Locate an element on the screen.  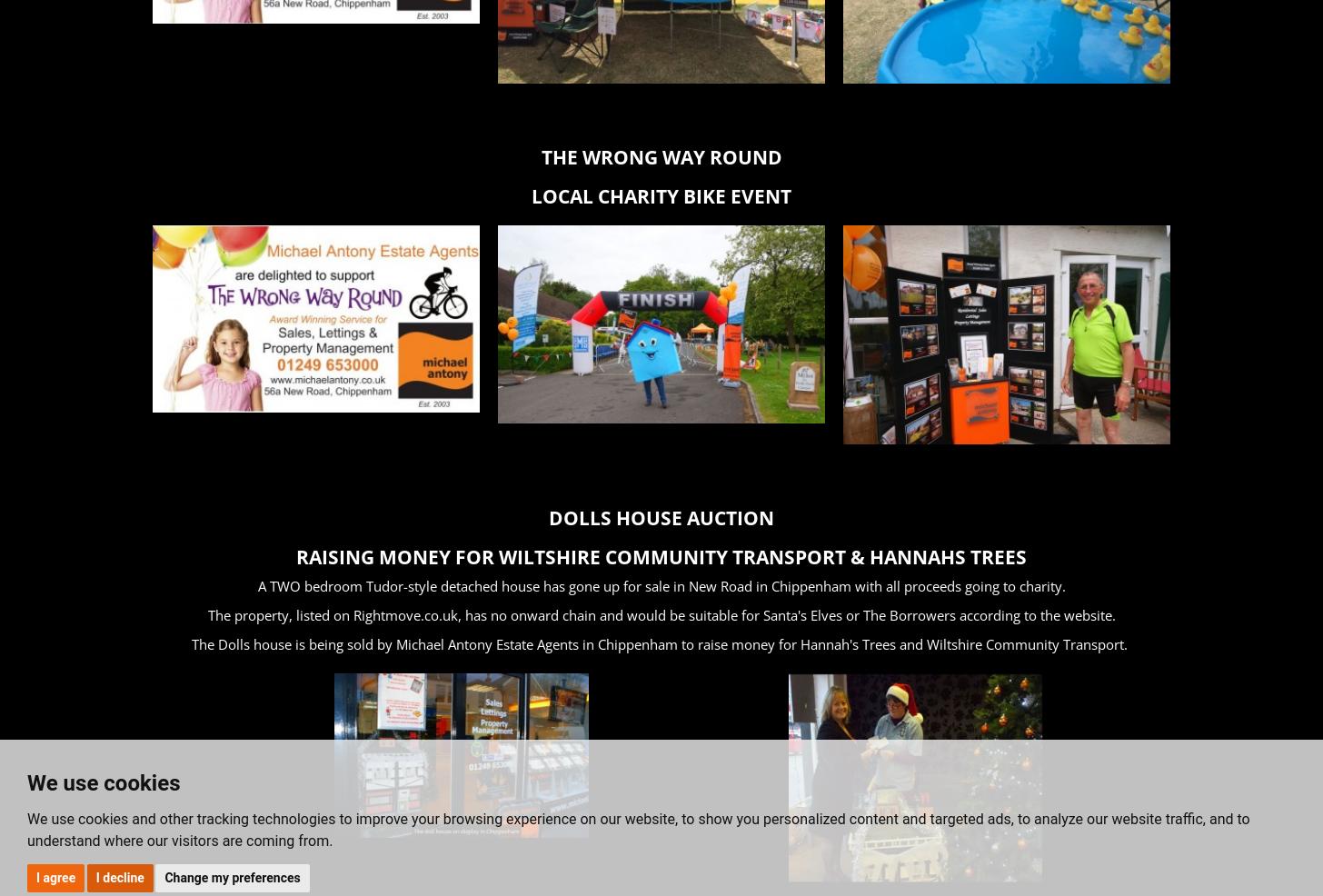
'I decline' is located at coordinates (94, 876).